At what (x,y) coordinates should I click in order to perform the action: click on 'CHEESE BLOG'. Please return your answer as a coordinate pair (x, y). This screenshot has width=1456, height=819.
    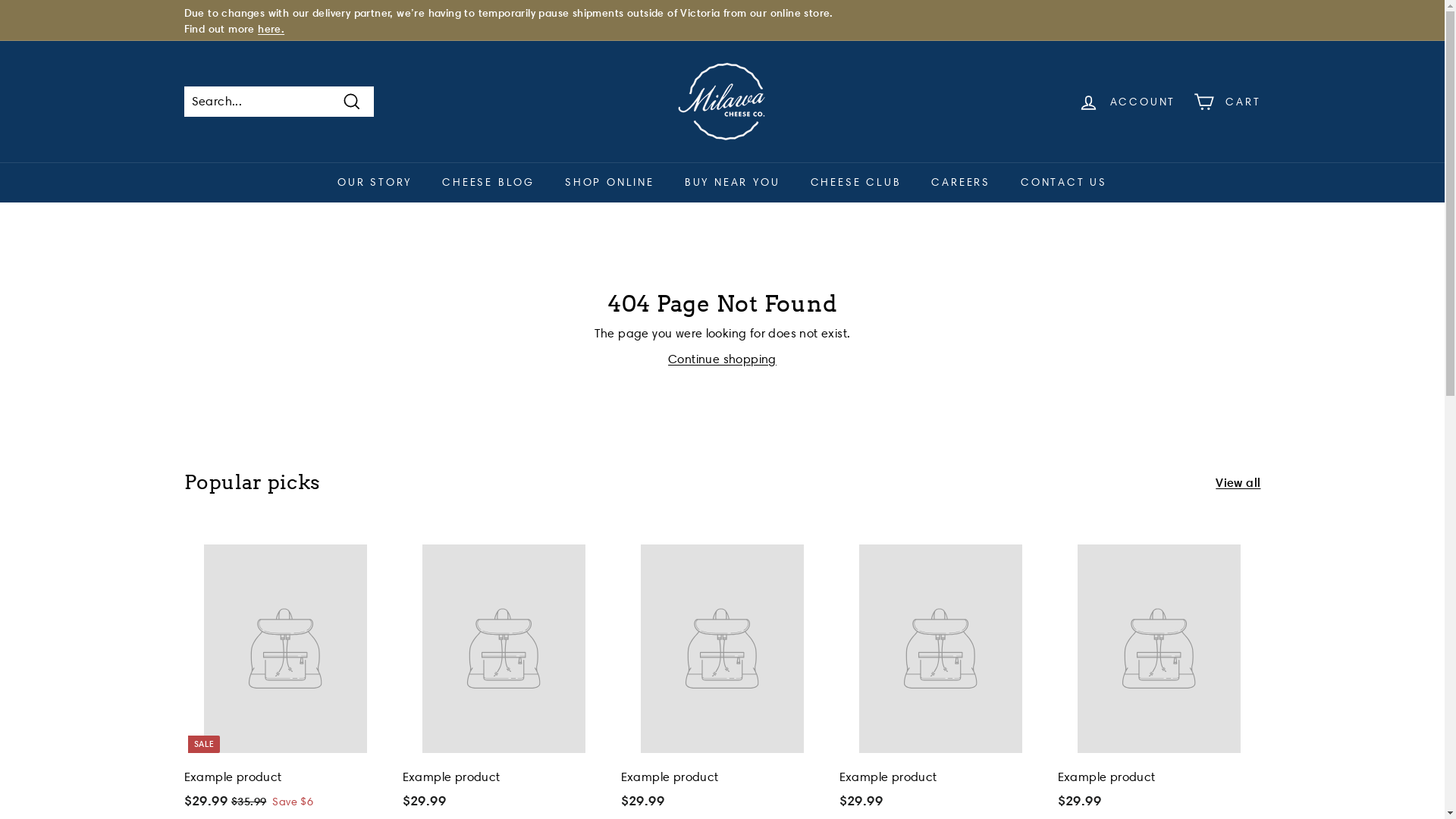
    Looking at the image, I should click on (488, 181).